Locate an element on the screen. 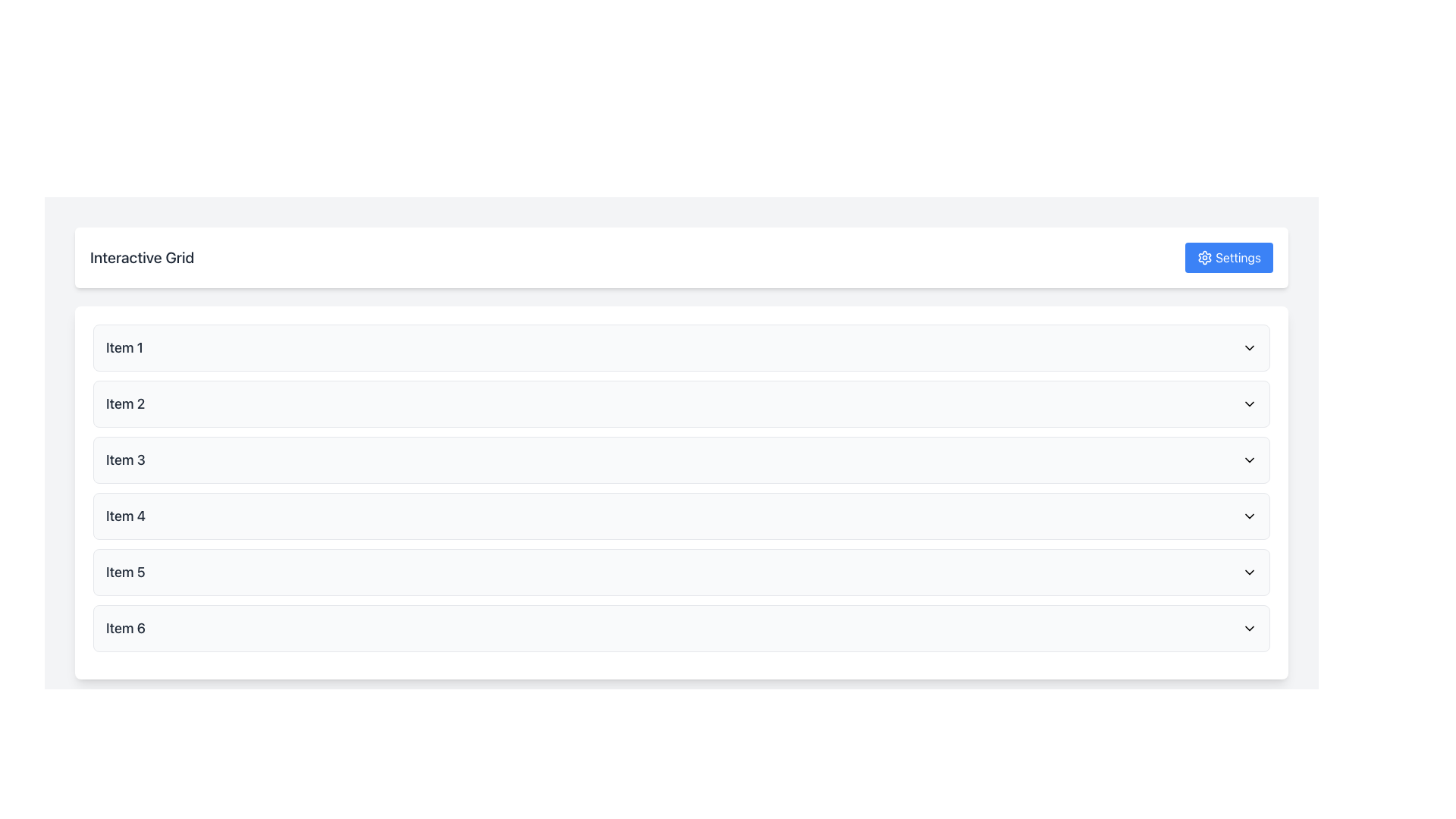 Image resolution: width=1456 pixels, height=819 pixels. the toggle button (chevron) located at the far-right side of the 'Item 4' row is located at coordinates (1249, 516).